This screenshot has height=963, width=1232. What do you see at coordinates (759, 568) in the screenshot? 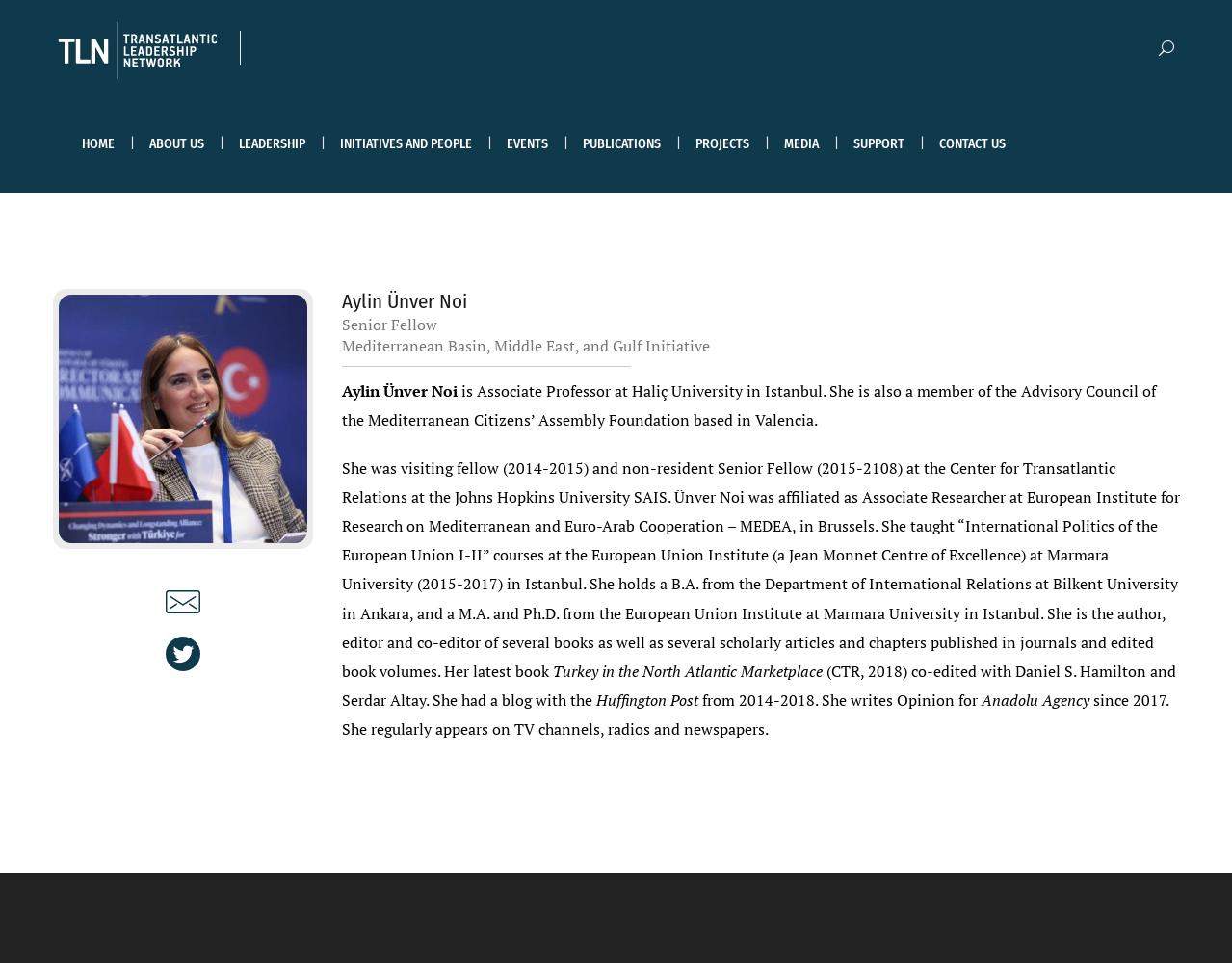
I see `'She was visiting fellow (2014-2015) and non-resident Senior Fellow (2015-2108) at the Center for Transatlantic Relations at the Johns Hopkins University SAIS. Ünver Noi was affiliated as Associate Researcher at European Institute for Research on Mediterranean and Euro-Arab Cooperation – MEDEA, in Brussels. She taught “International Politics of the European Union I-II” courses at the European Union Institute (a Jean Monnet Centre of Excellence) at Marmara University (2015-2017) in Istanbul. She holds a B.A. from the Department of International Relations at Bilkent University in Ankara, and a M.A. and Ph.D. from the European Union Institute at Marmara University in Istanbul. She is the author, editor and co-editor of several books as well as several scholarly articles and chapters published in journals and edited book volumes. Her latest book'` at bounding box center [759, 568].